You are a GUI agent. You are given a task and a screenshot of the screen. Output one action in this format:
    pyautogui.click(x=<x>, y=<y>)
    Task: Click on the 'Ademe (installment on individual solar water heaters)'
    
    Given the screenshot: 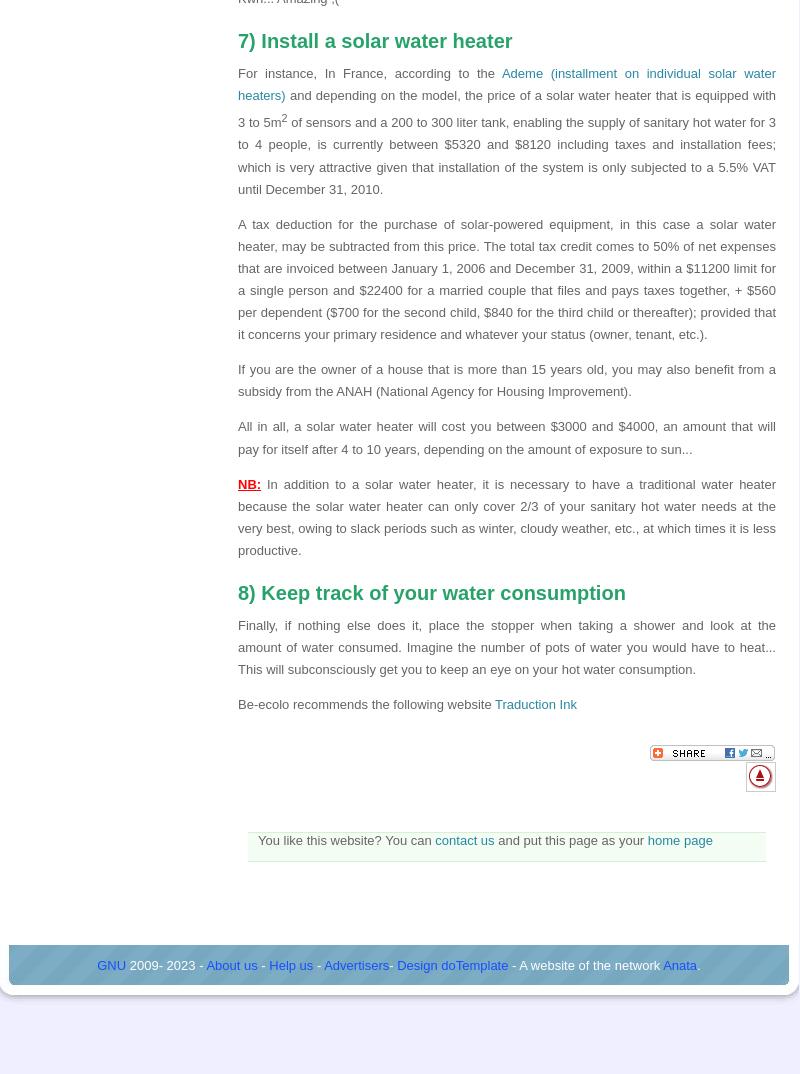 What is the action you would take?
    pyautogui.click(x=506, y=83)
    